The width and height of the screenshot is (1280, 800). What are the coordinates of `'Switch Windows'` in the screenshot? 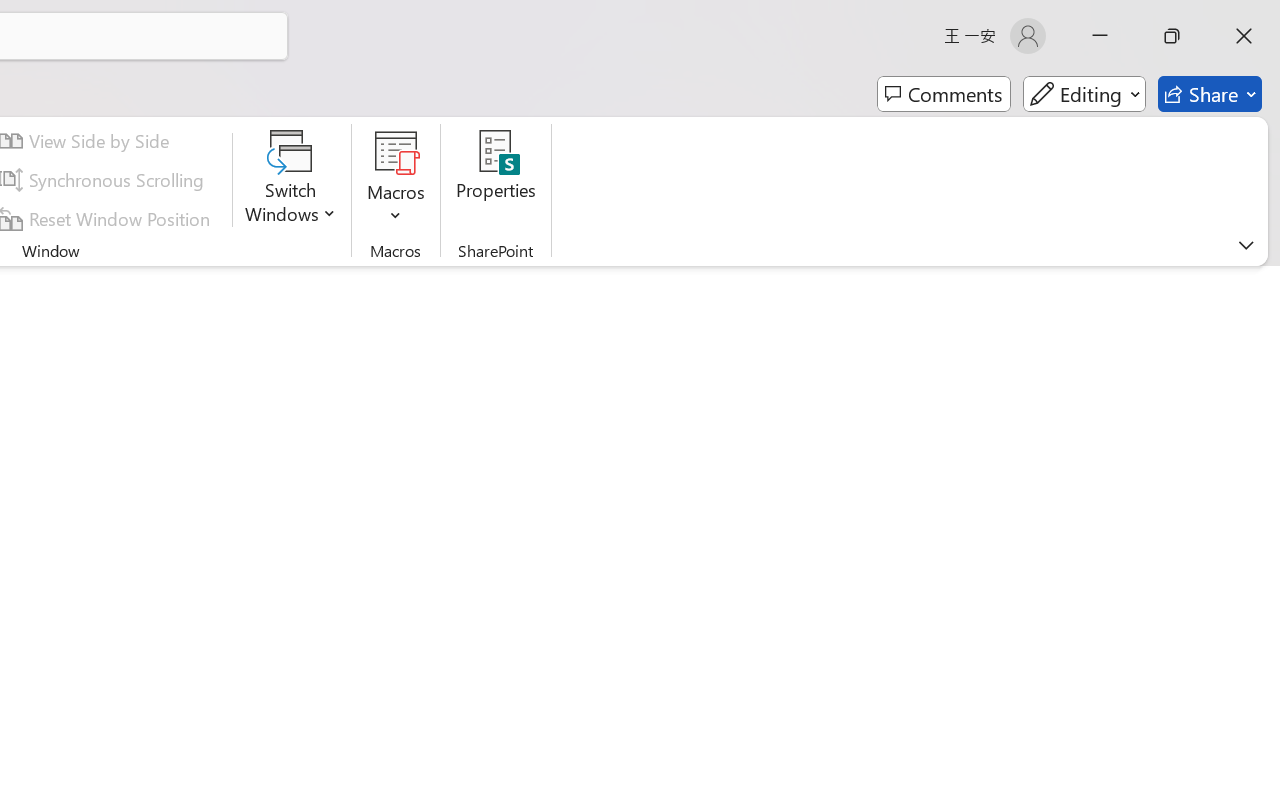 It's located at (290, 179).